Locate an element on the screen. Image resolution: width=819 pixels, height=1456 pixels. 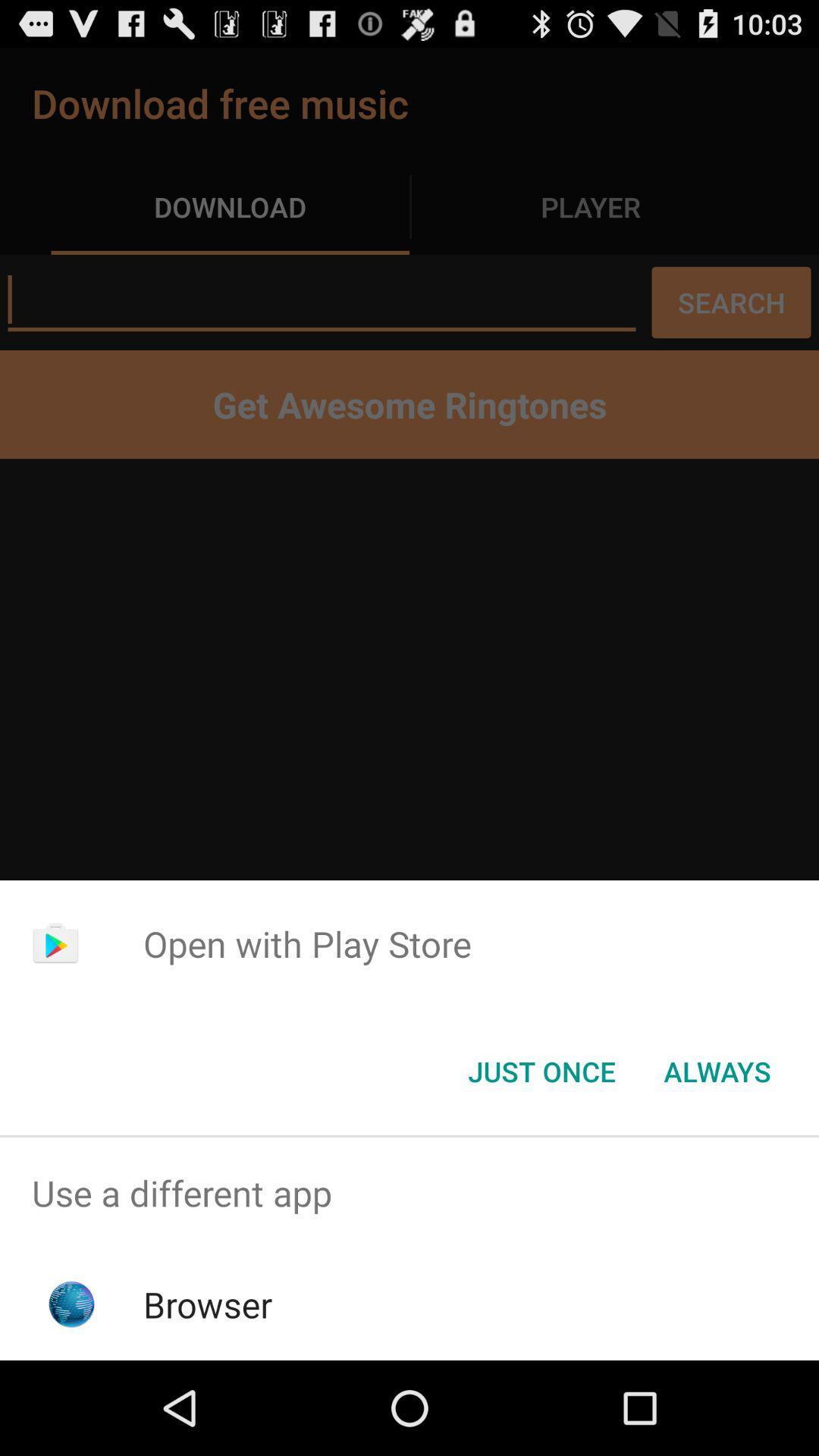
the browser icon is located at coordinates (208, 1304).